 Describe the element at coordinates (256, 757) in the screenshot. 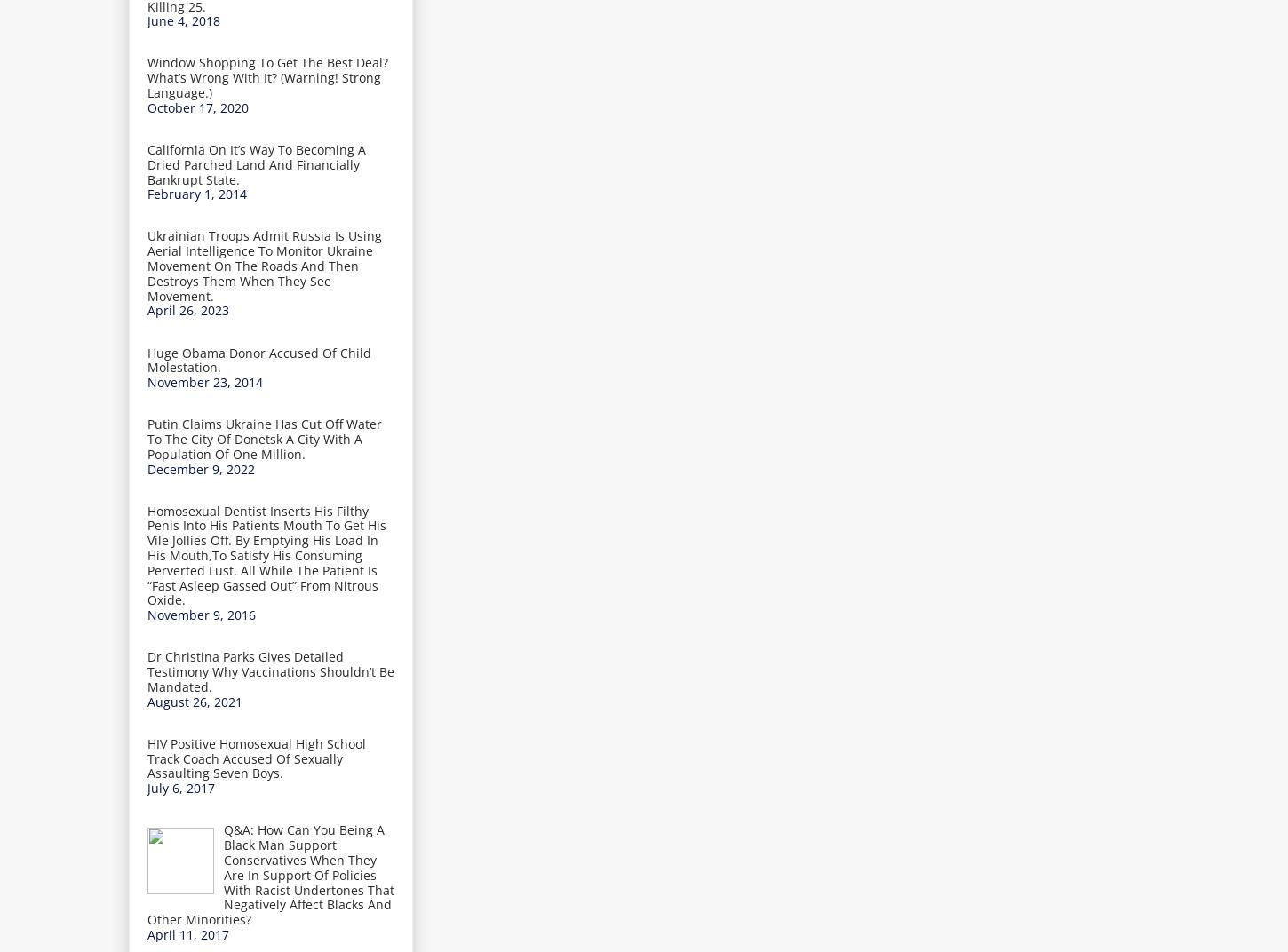

I see `'HIV Positive Homosexual High School Track Coach Accused Of Sexually Assaulting Seven Boys.'` at that location.